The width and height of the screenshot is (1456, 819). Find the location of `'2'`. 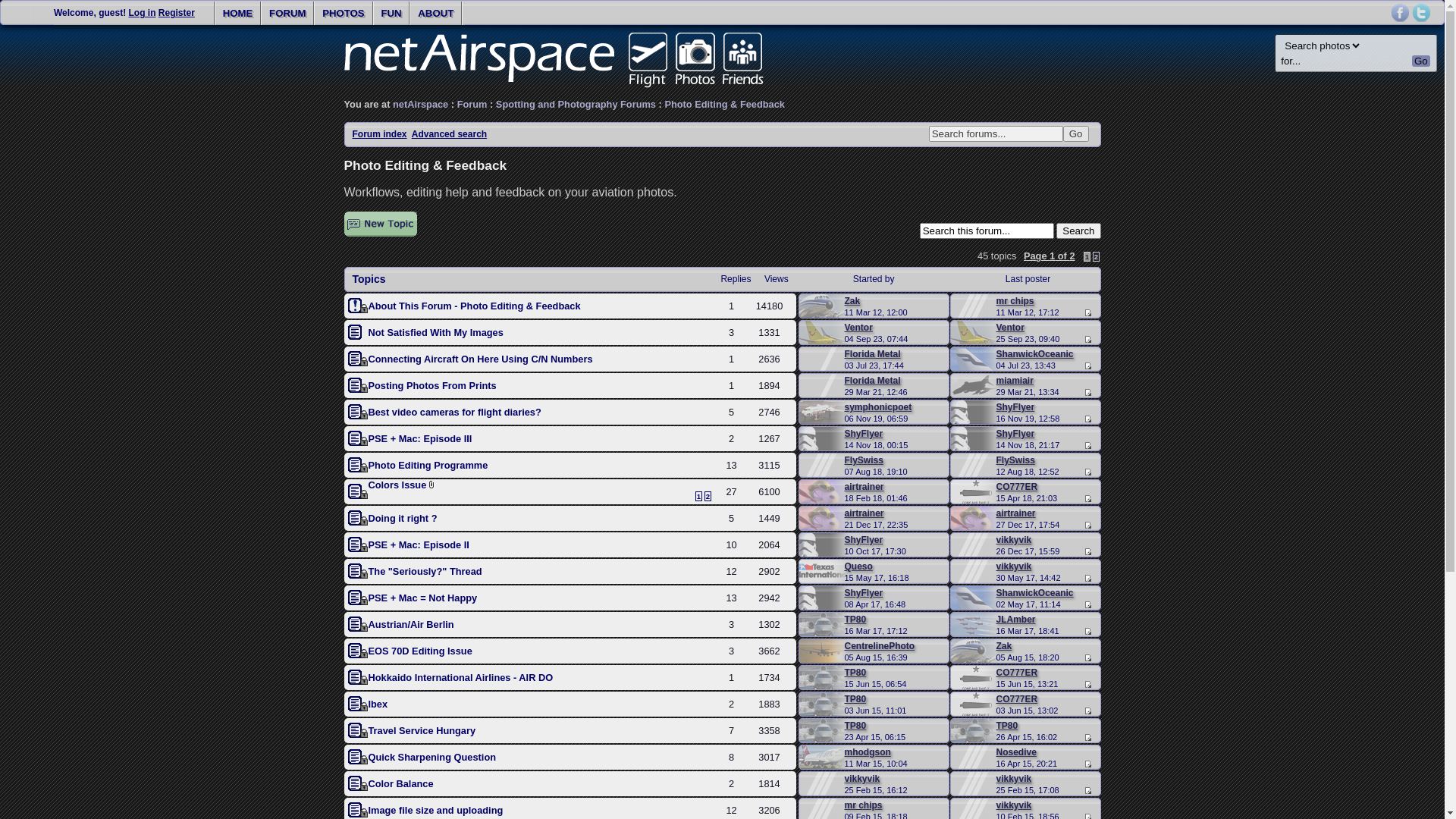

'2' is located at coordinates (1092, 256).